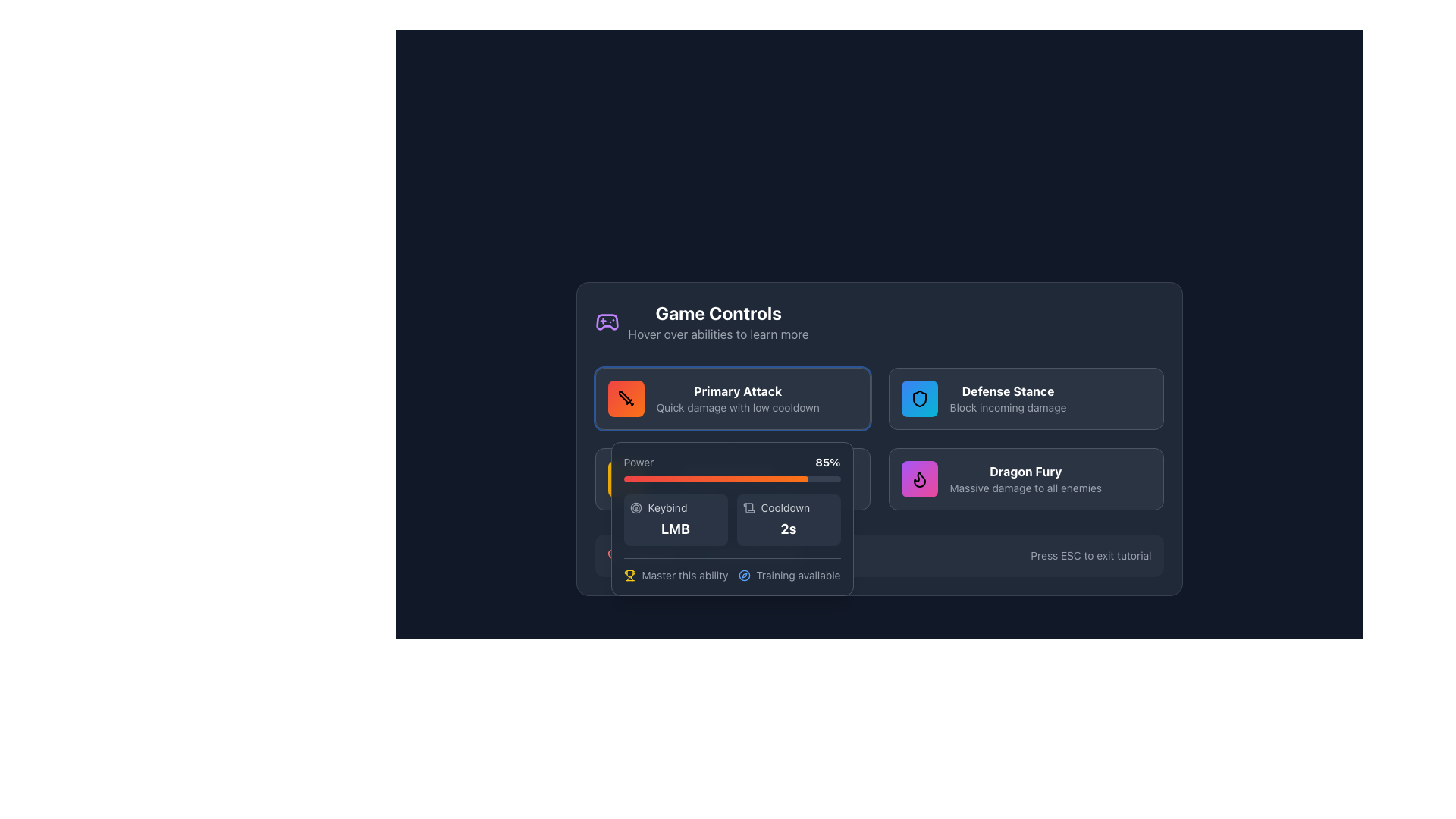 This screenshot has width=1456, height=819. I want to click on the current progression of the 'Power' metric represented by the progress bar indicator located in the 'Game Controls' section, so click(715, 479).